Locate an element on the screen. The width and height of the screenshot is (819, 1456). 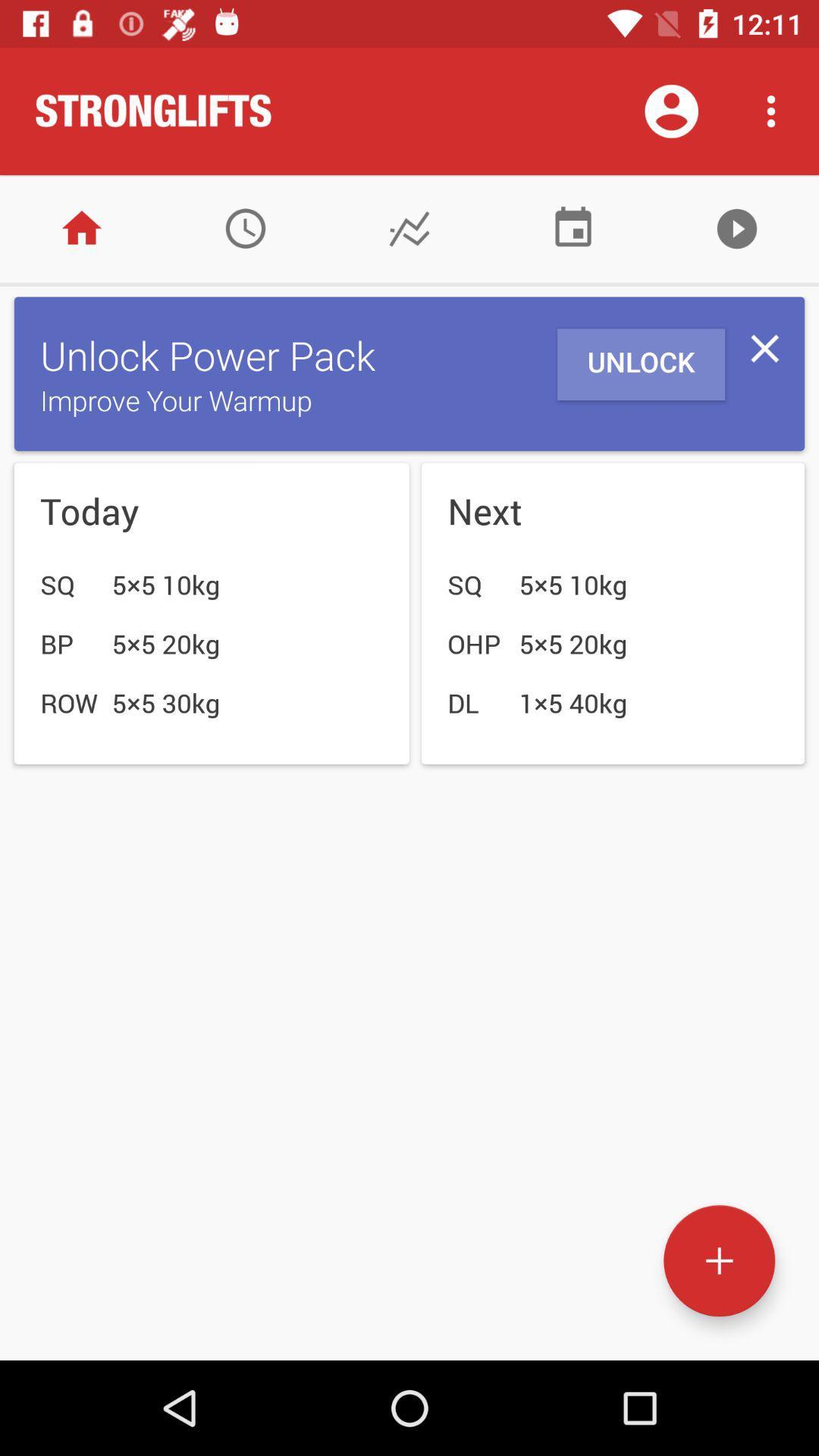
graphs is located at coordinates (409, 227).